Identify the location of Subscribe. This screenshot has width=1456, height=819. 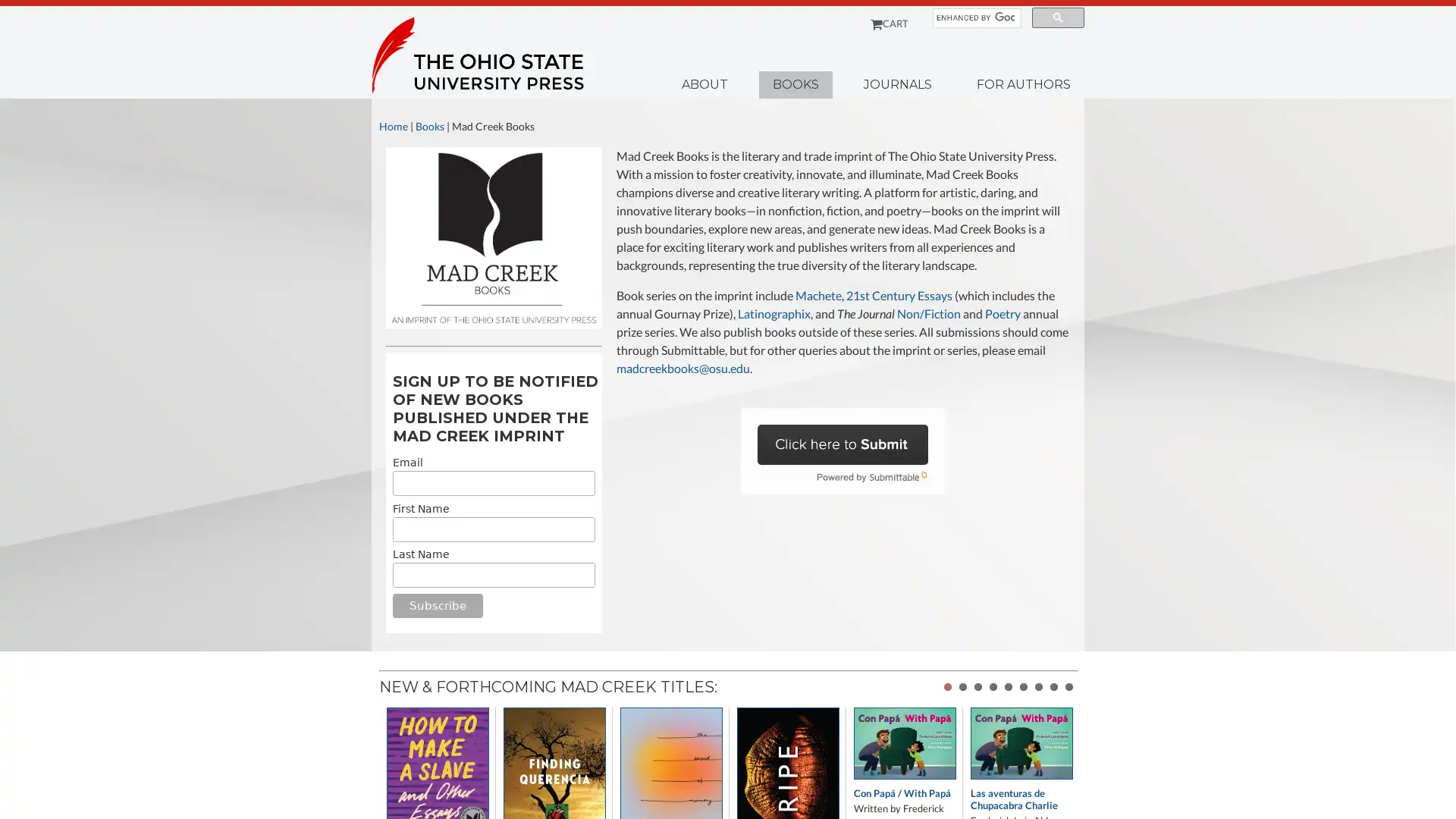
(436, 604).